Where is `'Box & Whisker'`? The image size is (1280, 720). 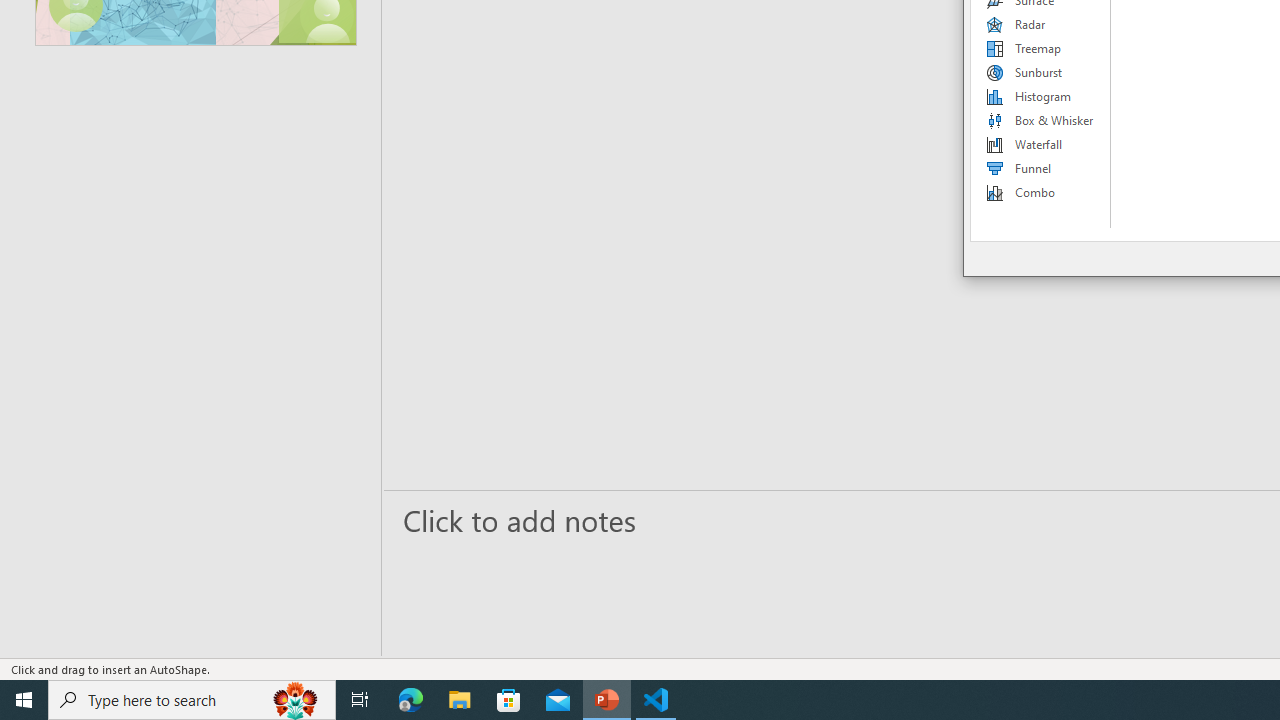 'Box & Whisker' is located at coordinates (1040, 120).